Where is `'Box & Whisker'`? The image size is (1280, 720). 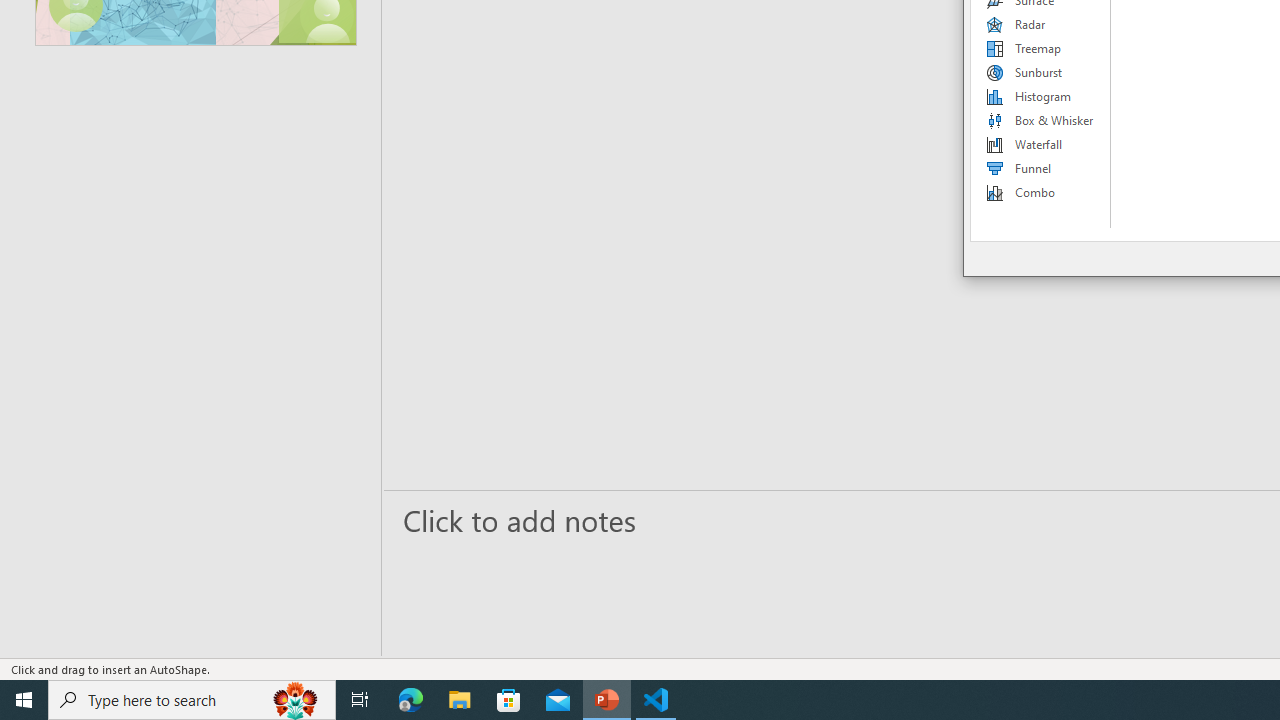 'Box & Whisker' is located at coordinates (1040, 120).